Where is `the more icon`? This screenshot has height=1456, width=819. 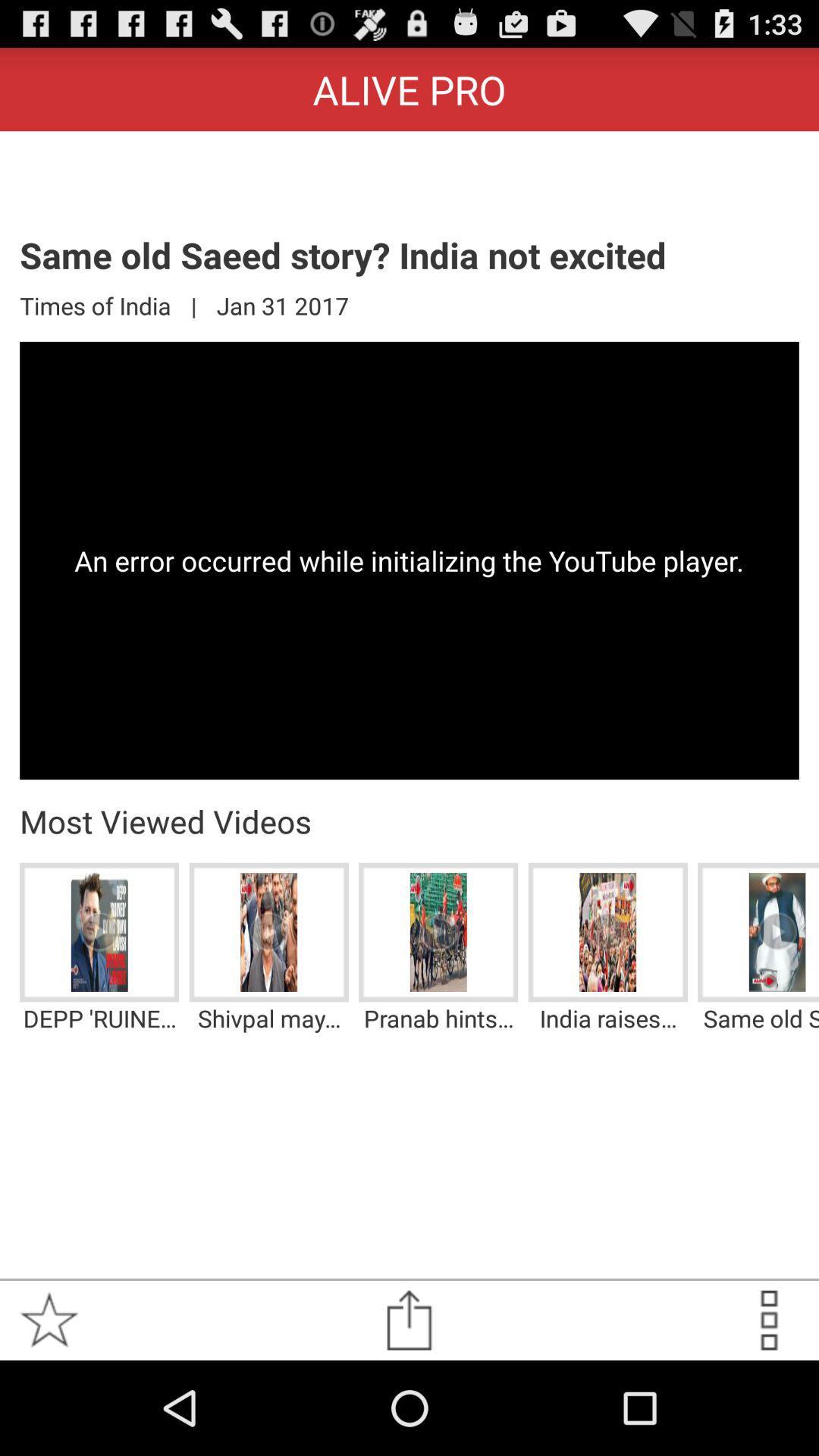 the more icon is located at coordinates (769, 1412).